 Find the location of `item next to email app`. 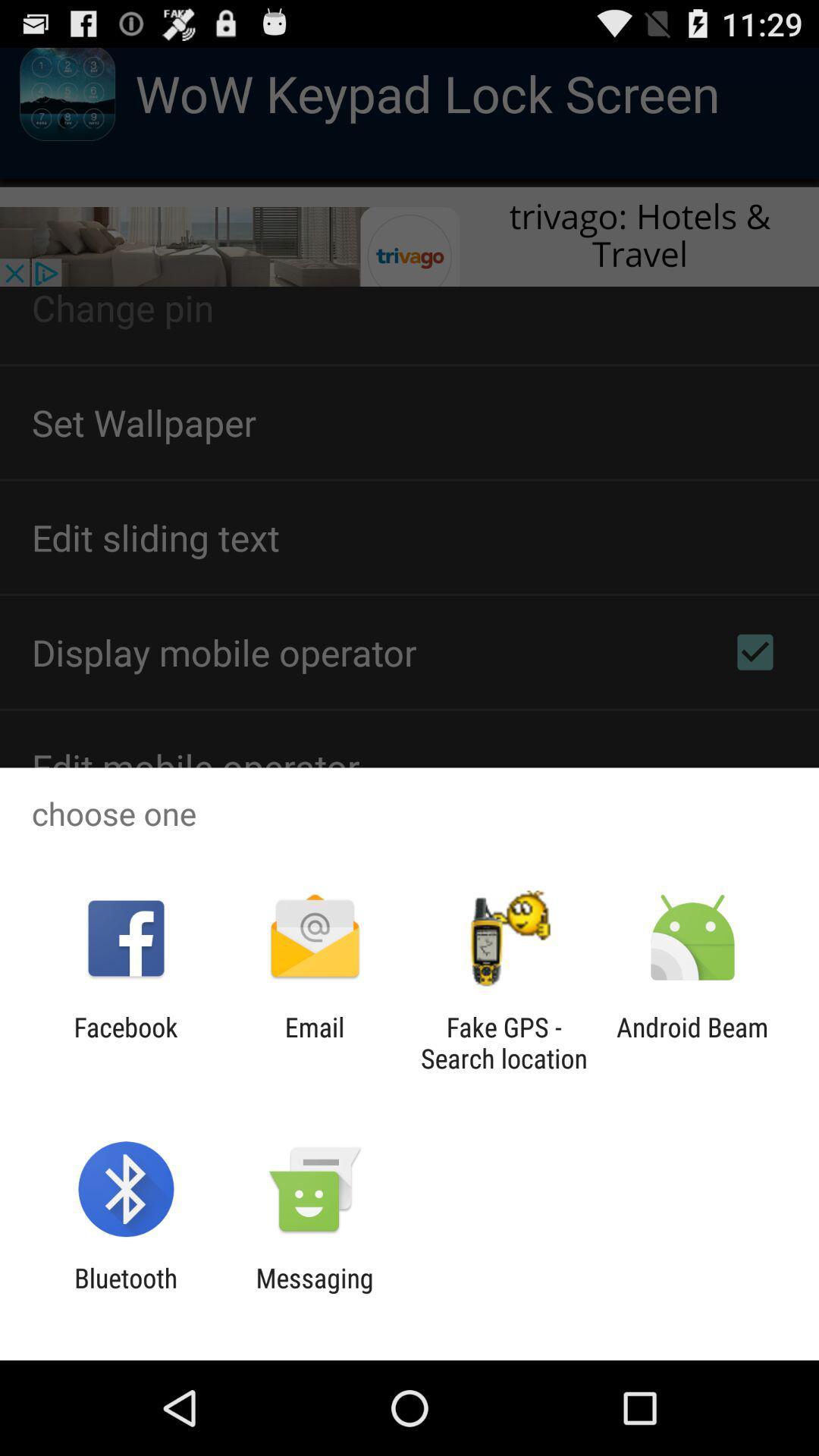

item next to email app is located at coordinates (125, 1042).